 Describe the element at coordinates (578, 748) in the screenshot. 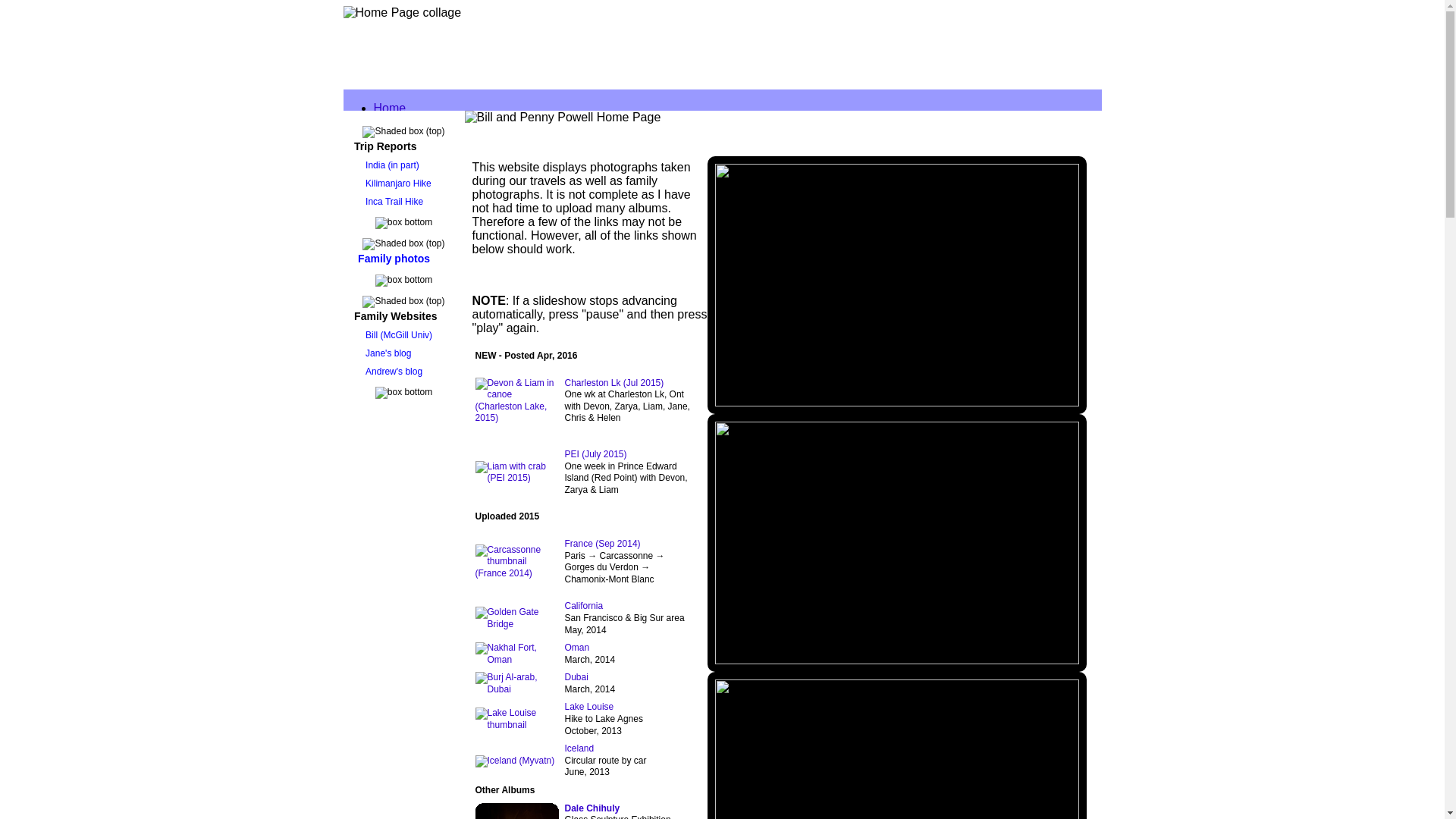

I see `'Iceland'` at that location.